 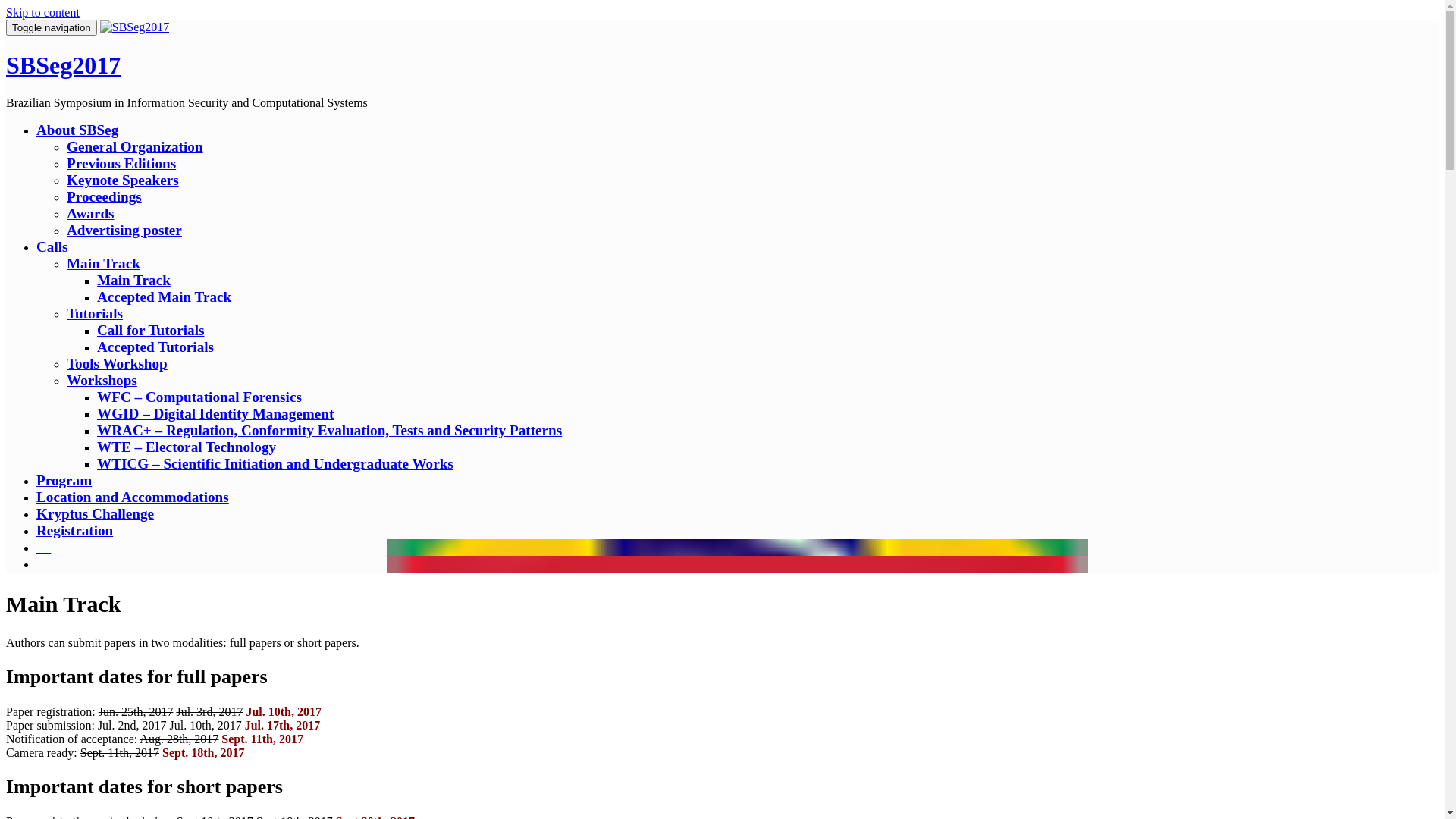 I want to click on 'Location and Accommodations', so click(x=132, y=497).